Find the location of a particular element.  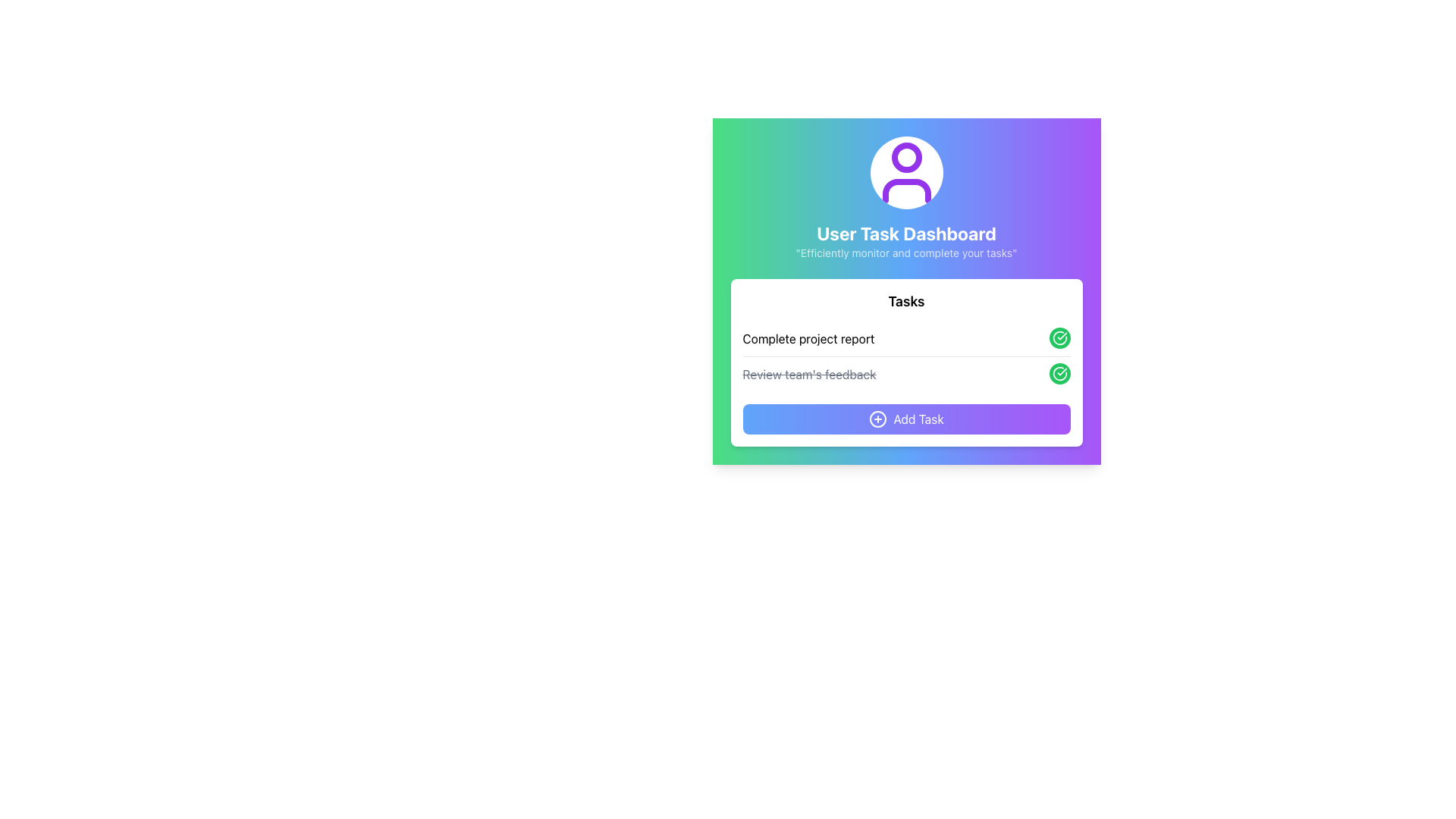

the task completion button located to the right of 'Complete project report' is located at coordinates (1059, 337).